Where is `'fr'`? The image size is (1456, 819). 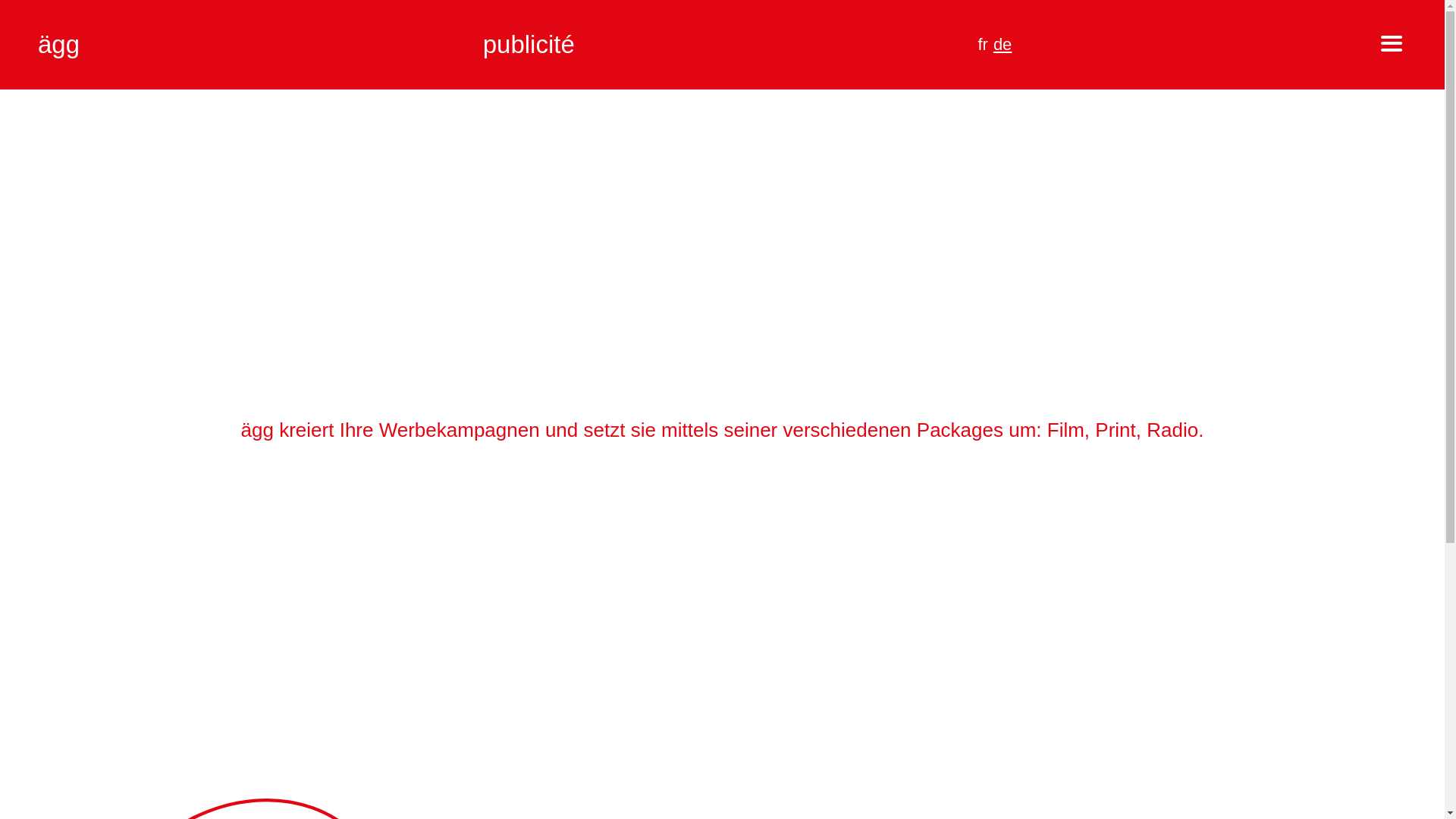
'fr' is located at coordinates (982, 43).